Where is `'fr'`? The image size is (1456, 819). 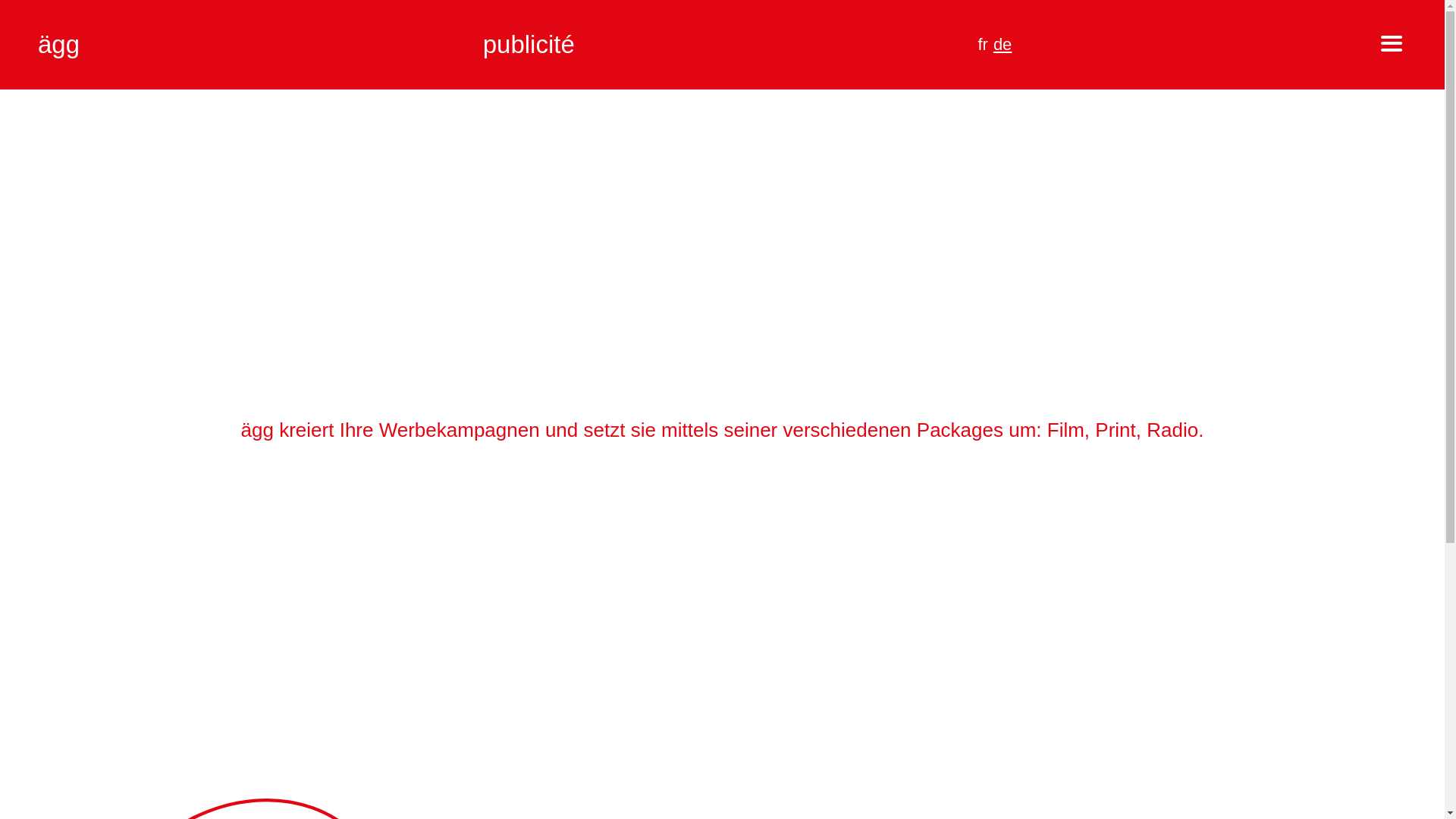
'fr' is located at coordinates (982, 43).